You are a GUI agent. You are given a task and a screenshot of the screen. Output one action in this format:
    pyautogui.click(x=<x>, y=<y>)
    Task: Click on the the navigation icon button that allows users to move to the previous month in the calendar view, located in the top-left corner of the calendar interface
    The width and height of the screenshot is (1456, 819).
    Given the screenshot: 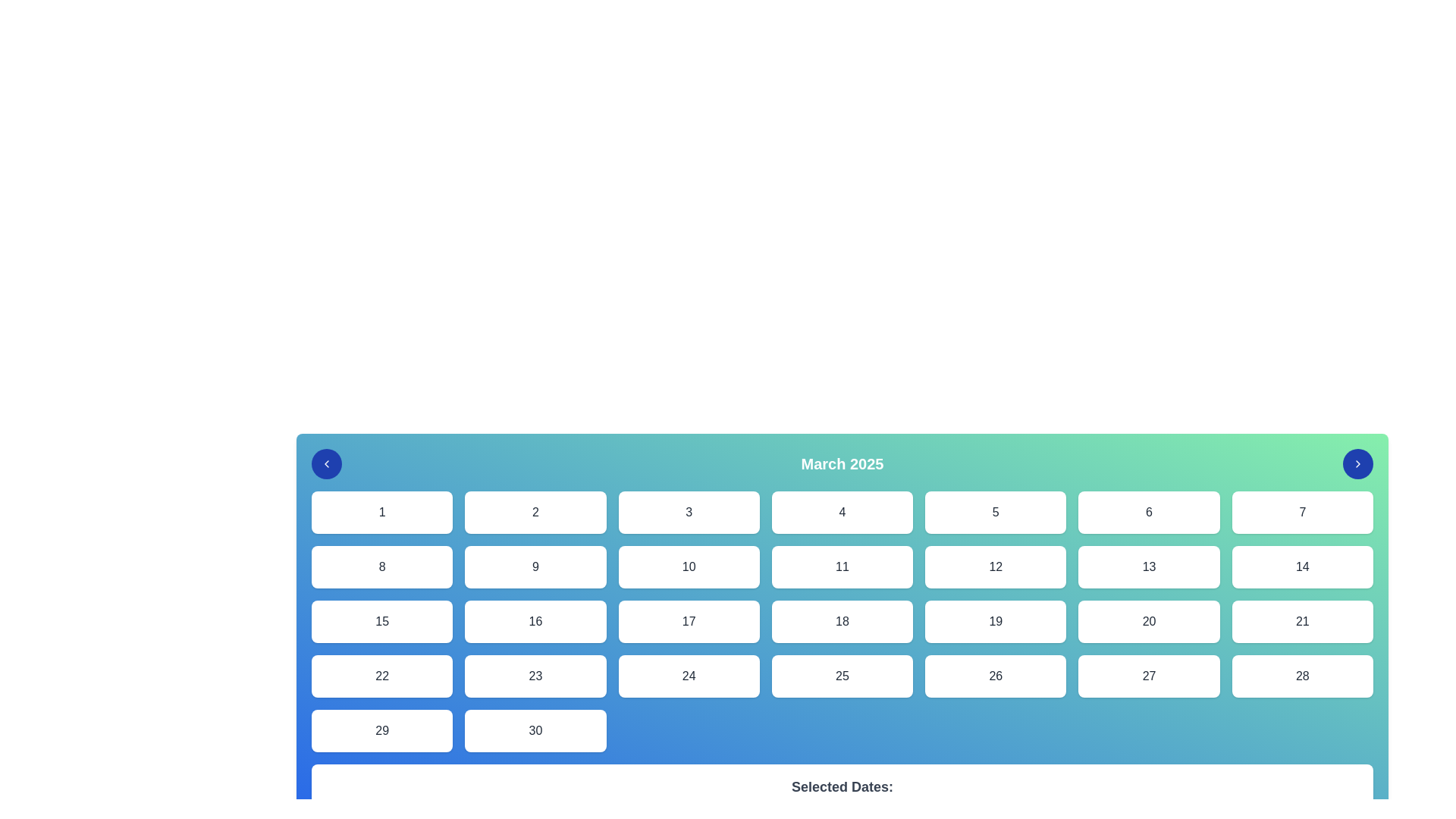 What is the action you would take?
    pyautogui.click(x=326, y=463)
    